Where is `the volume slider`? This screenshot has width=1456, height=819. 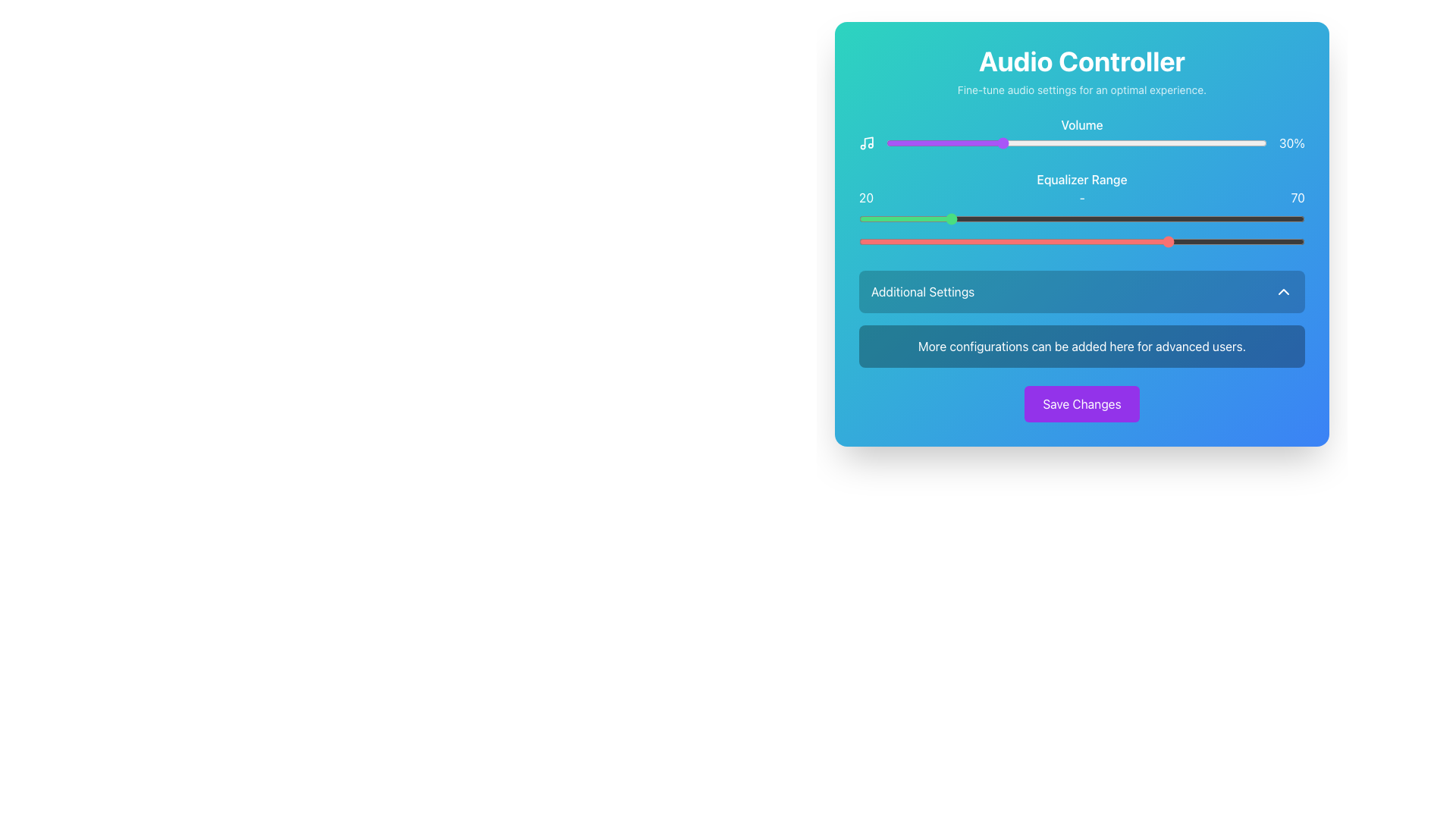
the volume slider is located at coordinates (1049, 143).